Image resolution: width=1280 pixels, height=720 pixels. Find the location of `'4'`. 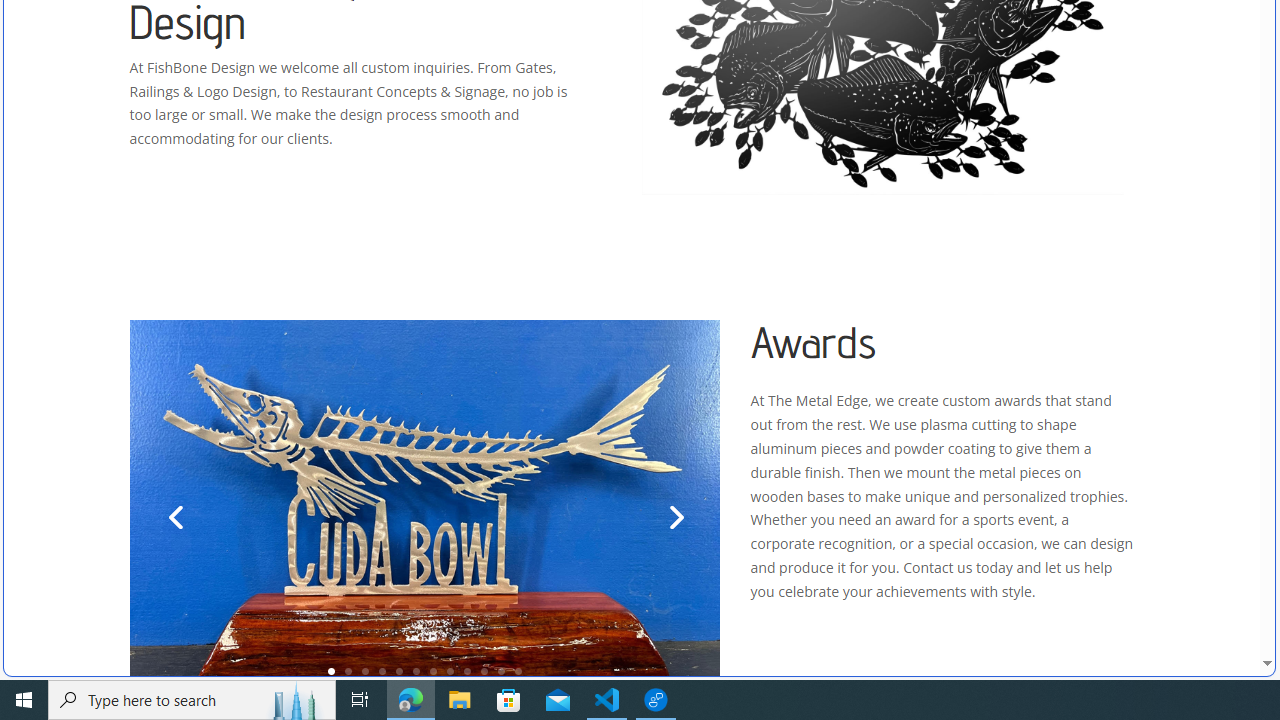

'4' is located at coordinates (382, 671).